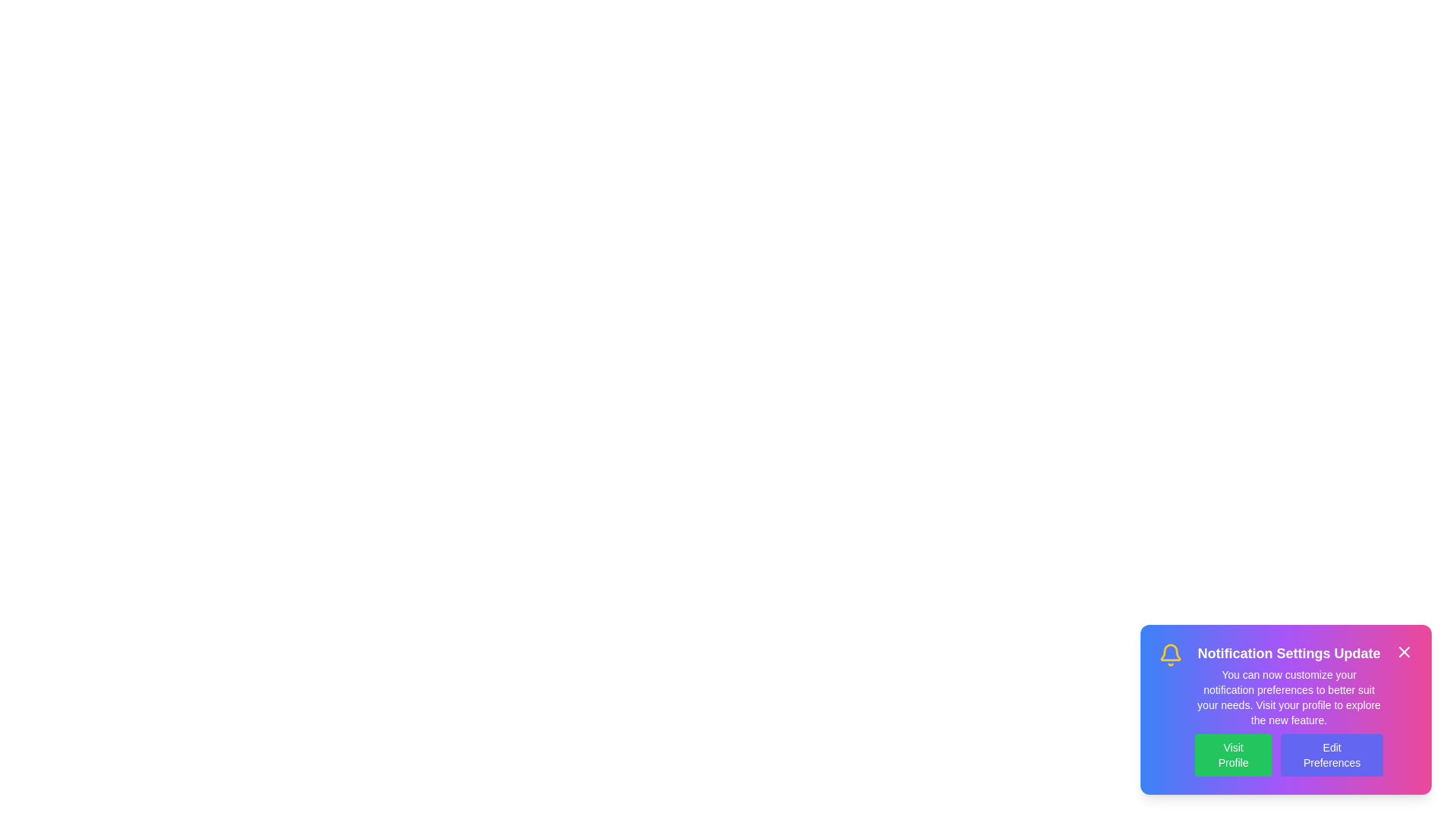  What do you see at coordinates (1233, 755) in the screenshot?
I see `the 'Visit Profile' button to navigate to the profile settings` at bounding box center [1233, 755].